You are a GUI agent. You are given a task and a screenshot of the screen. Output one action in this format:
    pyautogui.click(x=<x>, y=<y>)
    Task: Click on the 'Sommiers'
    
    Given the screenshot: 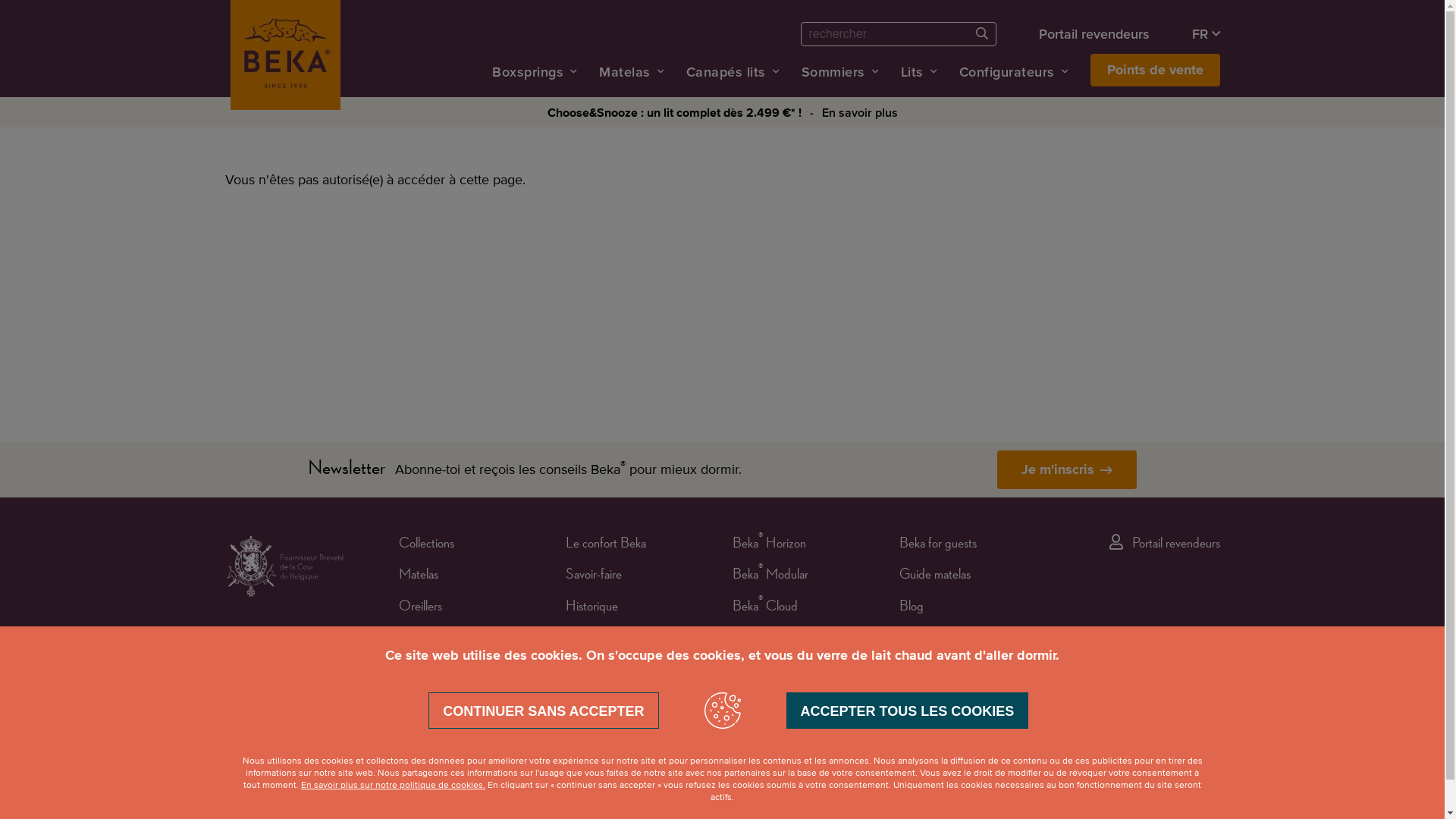 What is the action you would take?
    pyautogui.click(x=832, y=71)
    